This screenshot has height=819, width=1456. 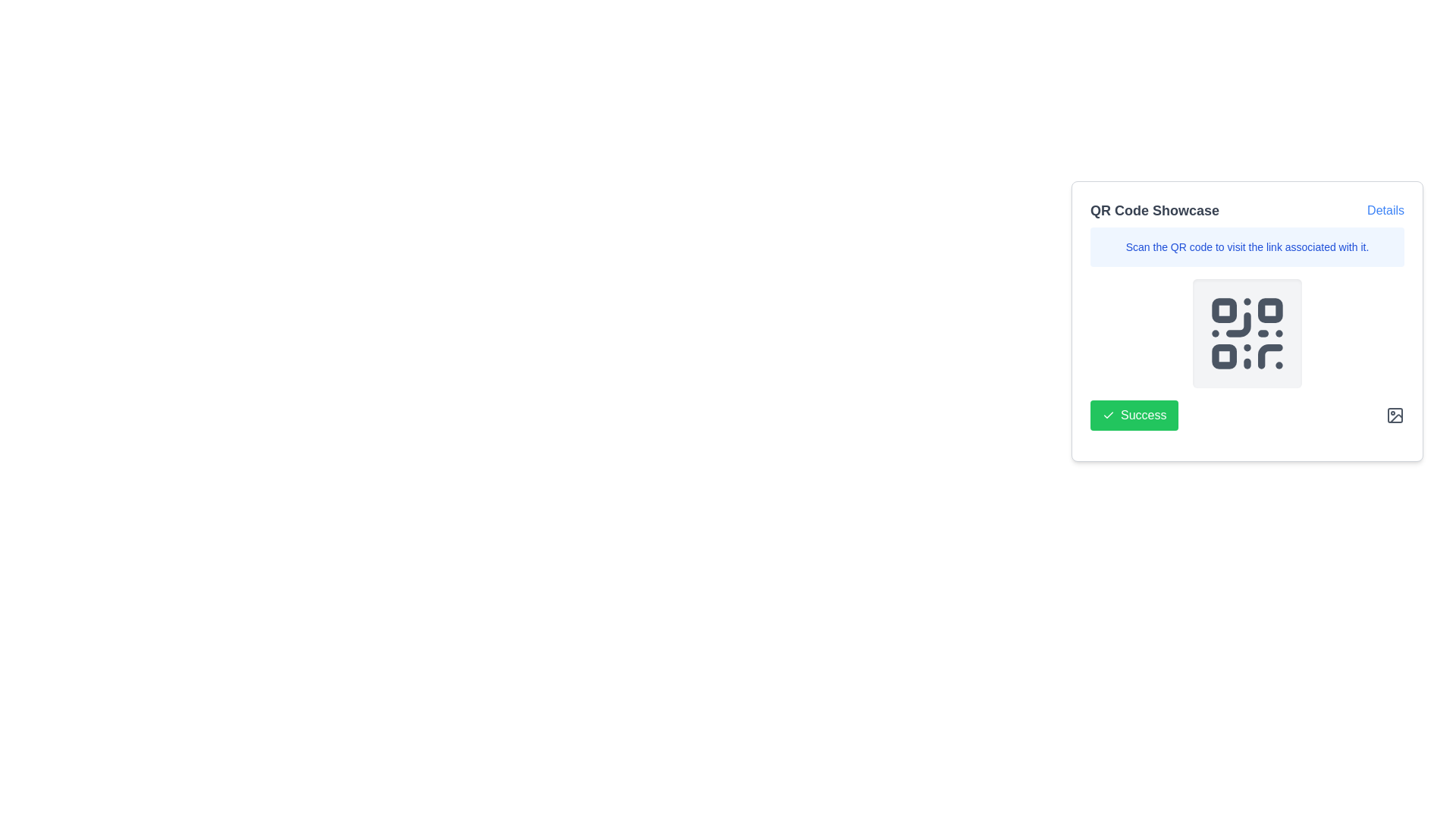 What do you see at coordinates (1109, 415) in the screenshot?
I see `the green checkmark icon located on the left side of the 'Success' button within the 'QR Code Showcase' card interface` at bounding box center [1109, 415].